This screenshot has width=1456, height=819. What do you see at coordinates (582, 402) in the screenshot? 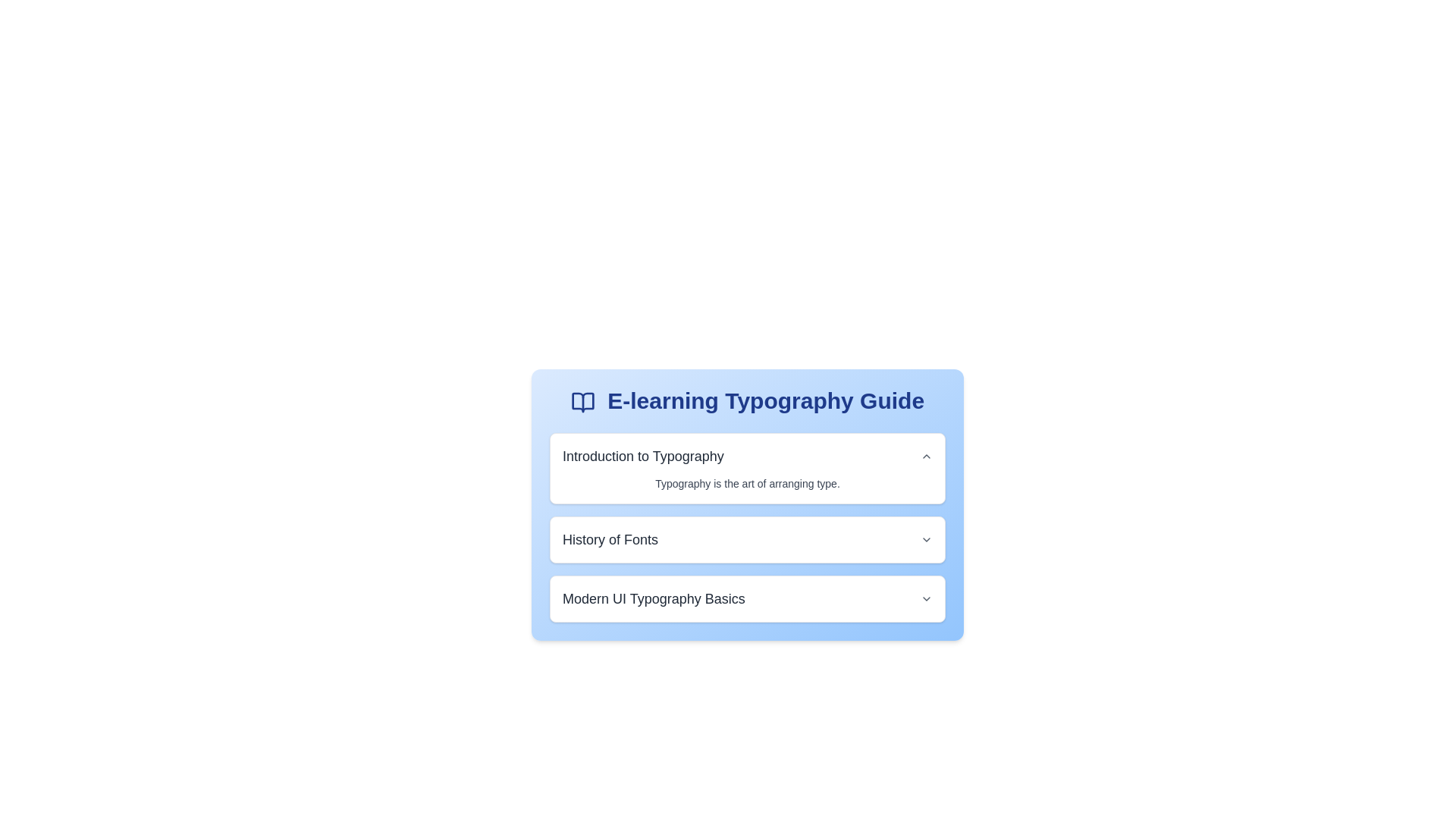
I see `the Decorative icon located in the upper-left corner of the content card, which precedes the title 'E-learning Typography Guide'` at bounding box center [582, 402].